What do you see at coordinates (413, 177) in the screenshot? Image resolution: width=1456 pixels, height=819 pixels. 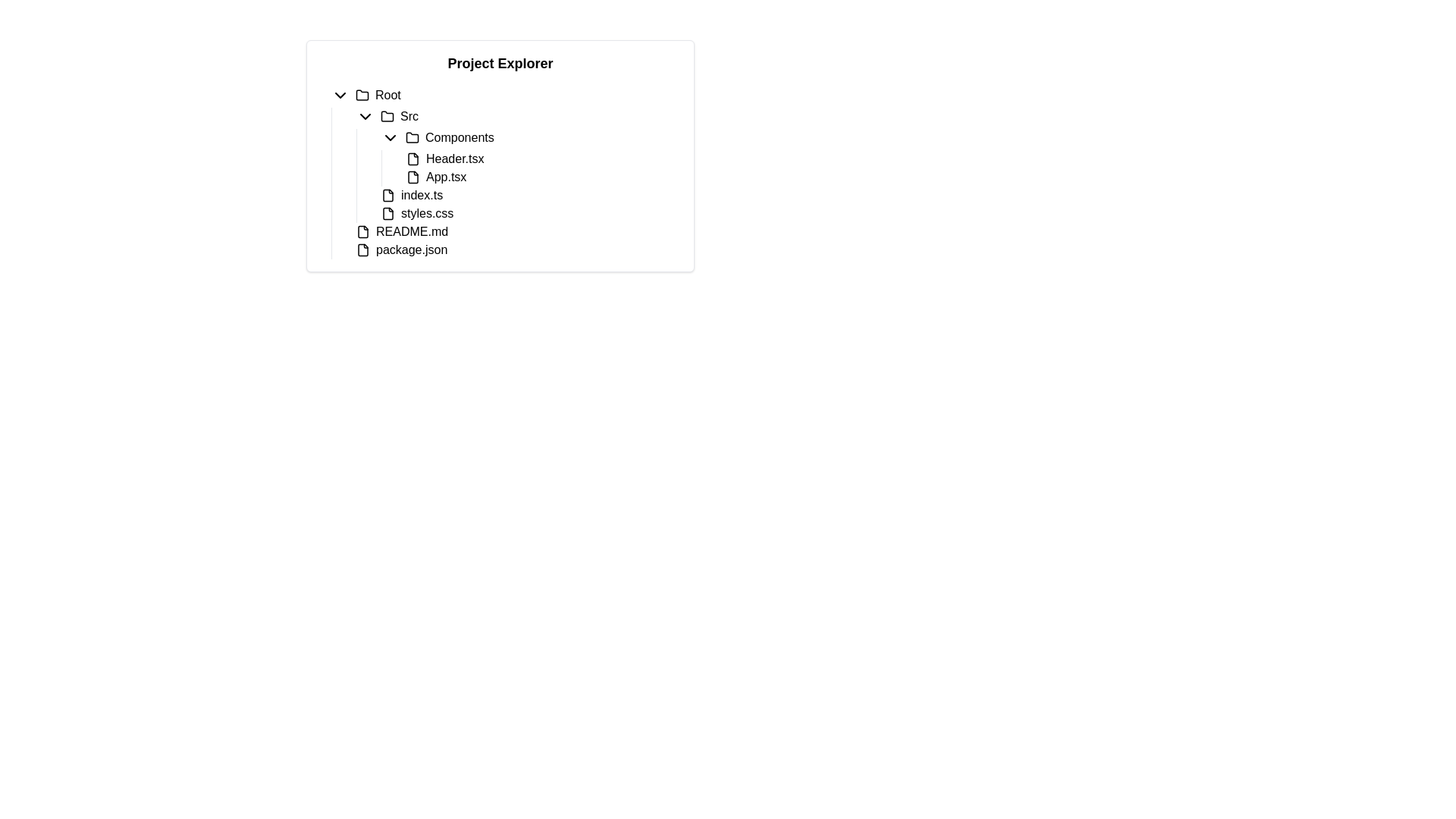 I see `the file document icon representing 'App.tsx' in the file explorer interface` at bounding box center [413, 177].